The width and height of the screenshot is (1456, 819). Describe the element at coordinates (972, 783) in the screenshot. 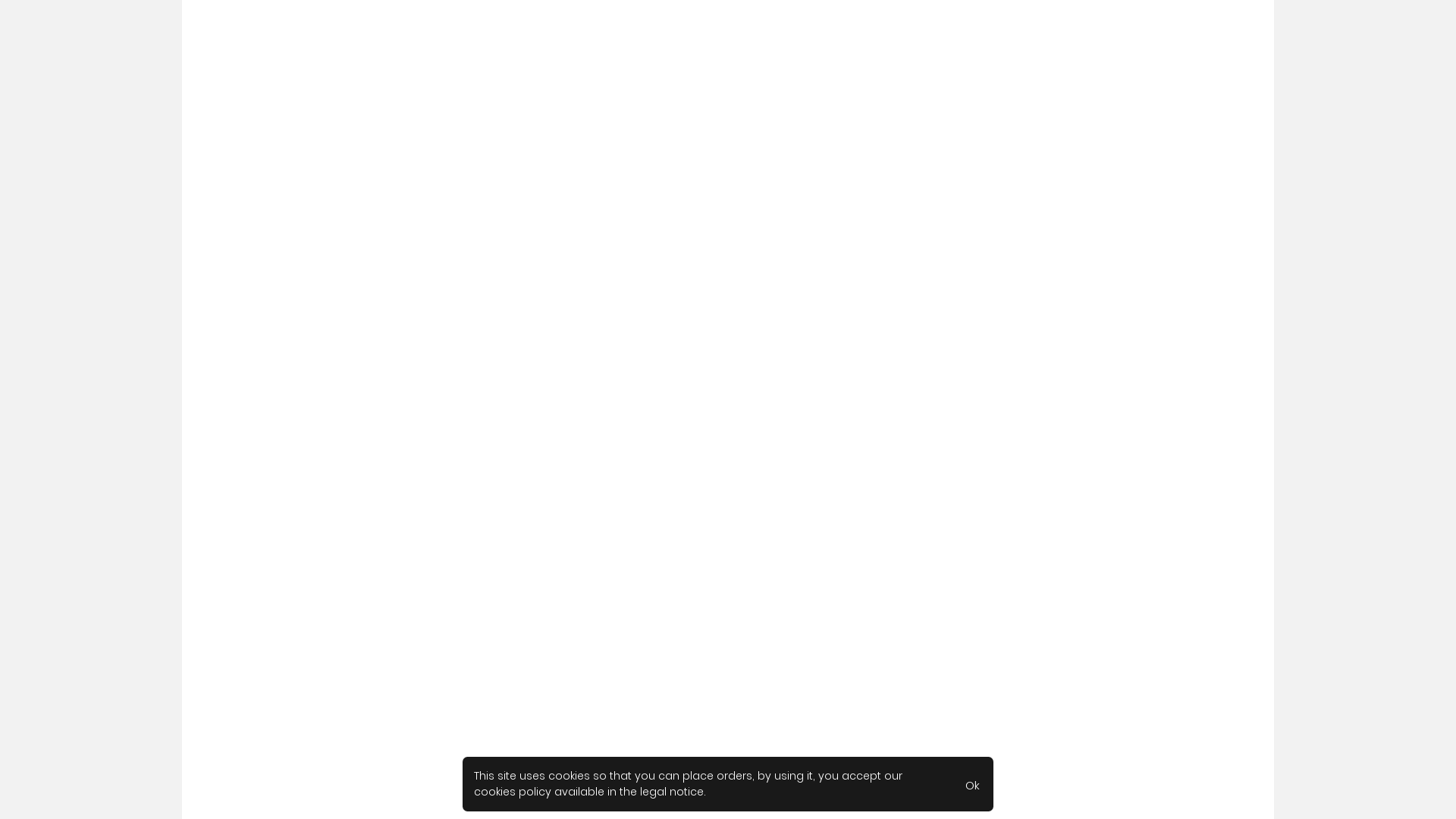

I see `'Ok'` at that location.